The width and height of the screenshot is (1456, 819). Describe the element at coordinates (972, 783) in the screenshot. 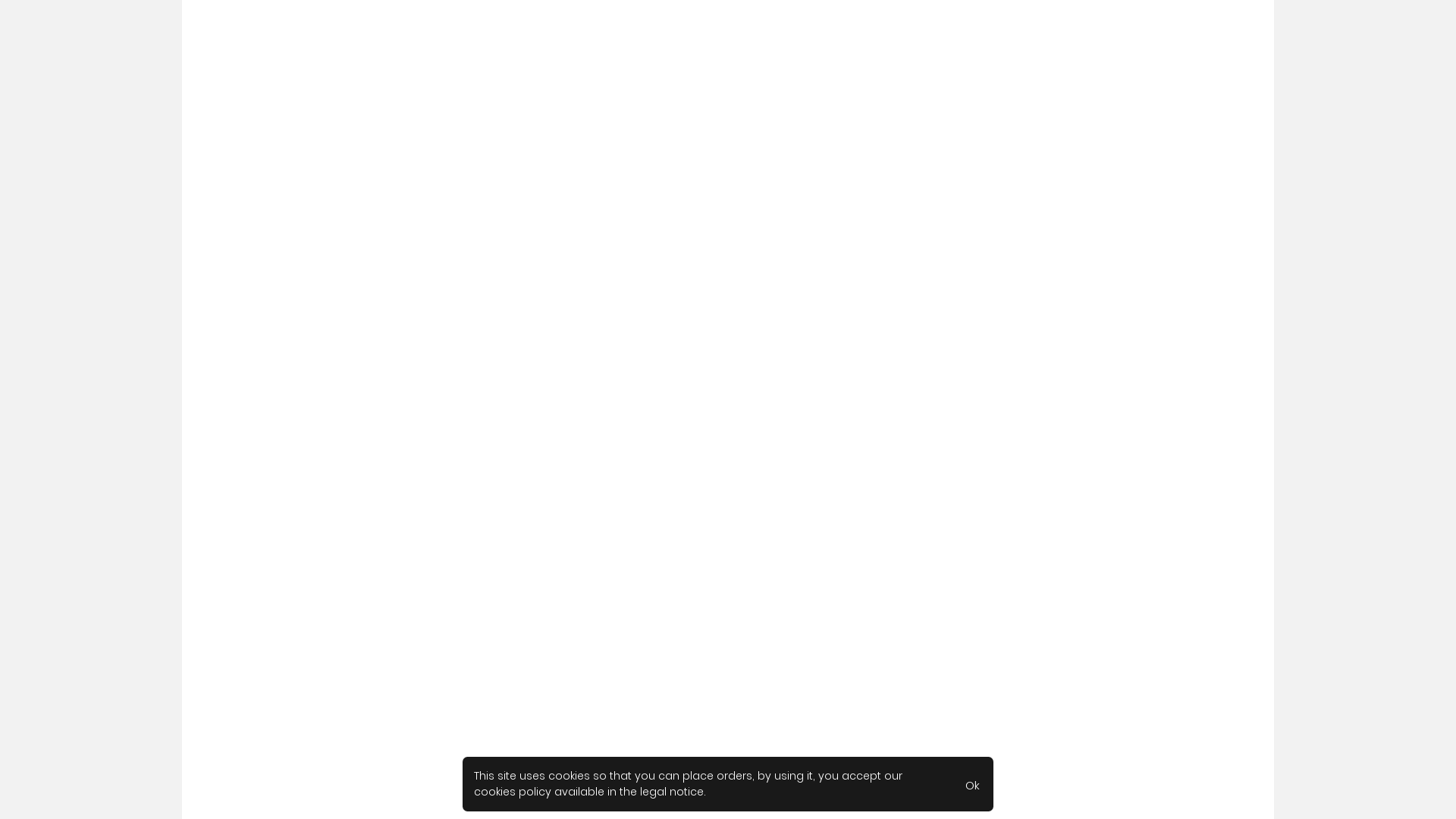

I see `'Ok'` at that location.